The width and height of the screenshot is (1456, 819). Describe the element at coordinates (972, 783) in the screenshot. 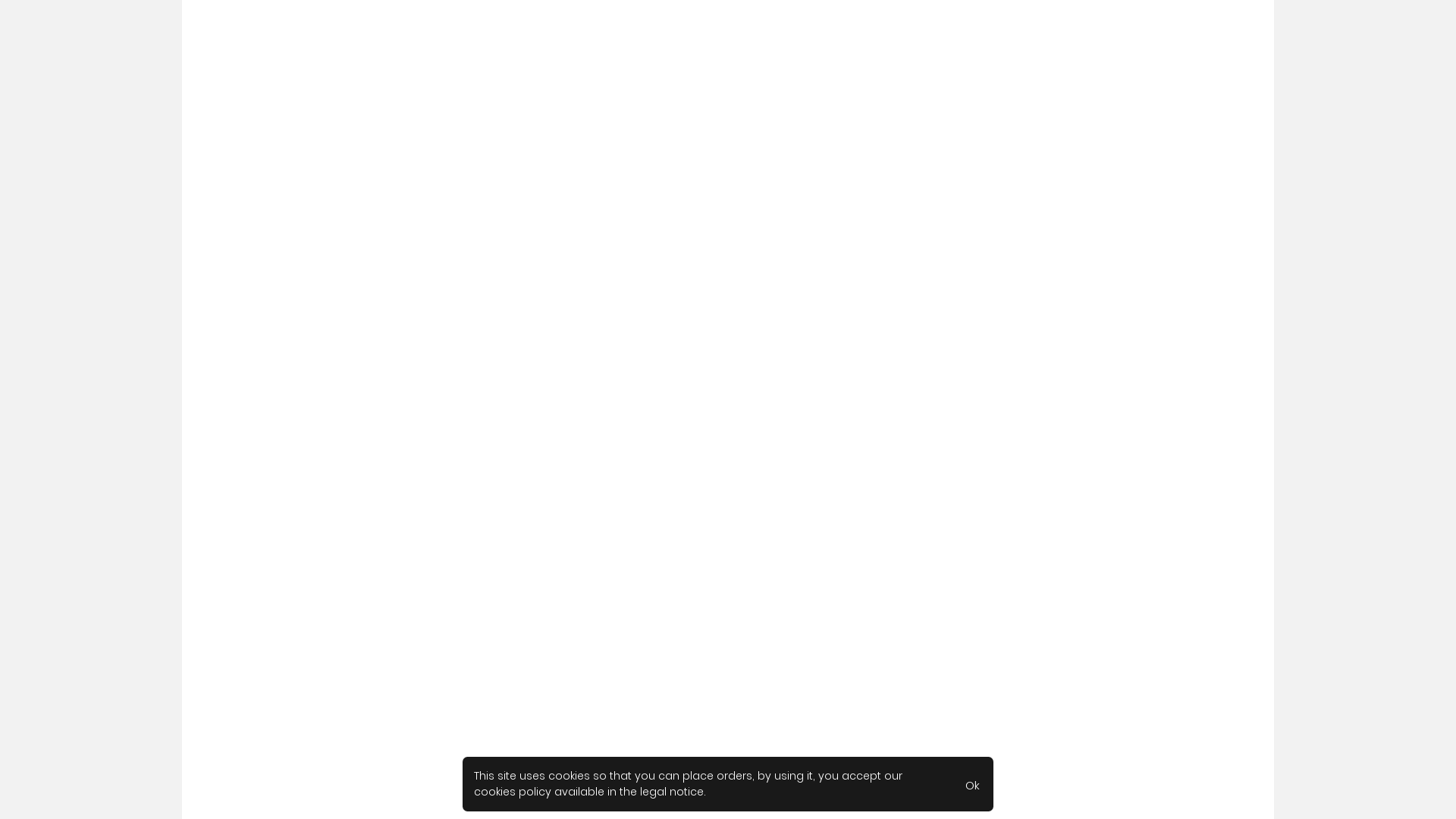

I see `'Ok'` at that location.